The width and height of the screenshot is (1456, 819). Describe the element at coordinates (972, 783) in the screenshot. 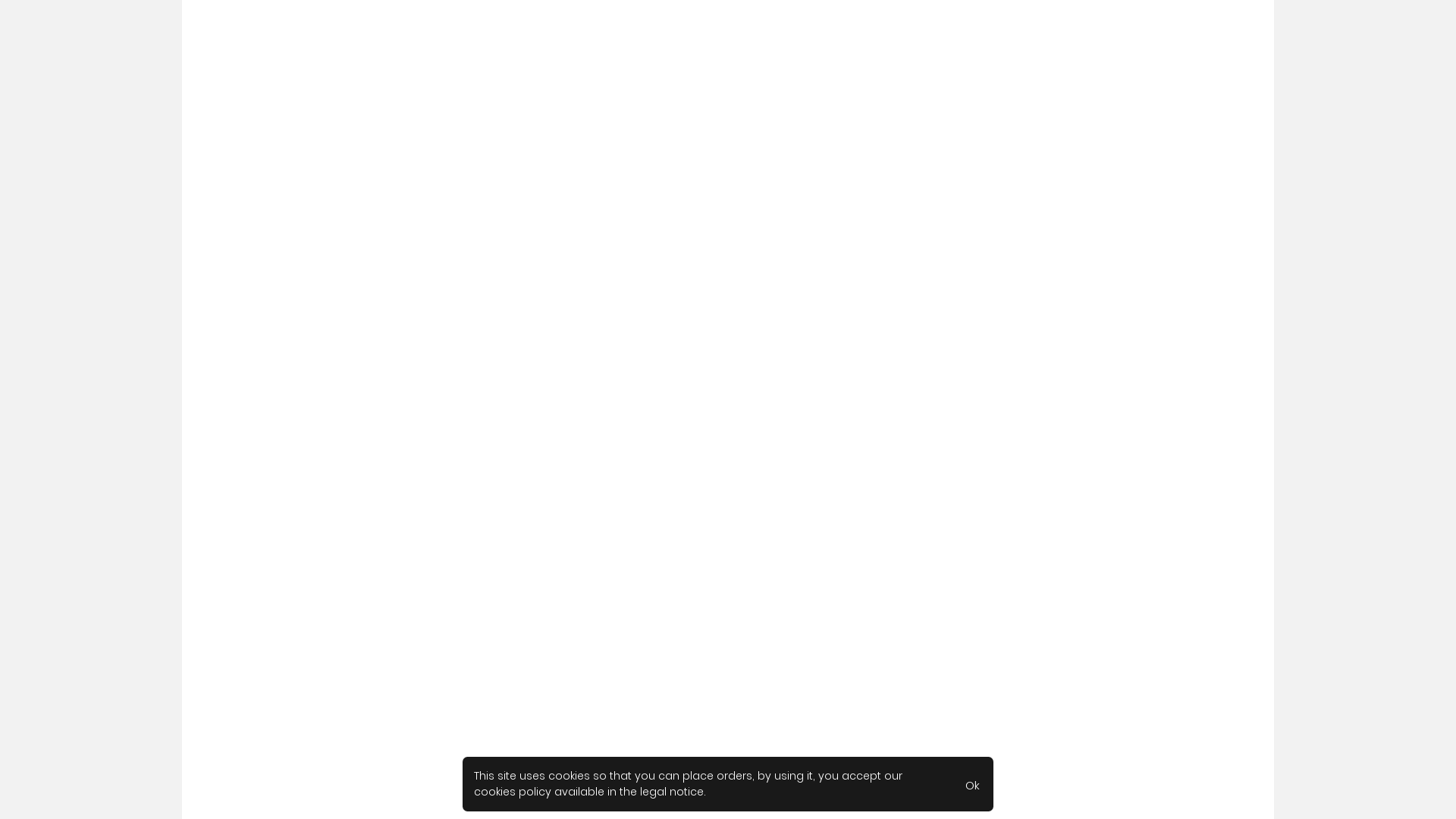

I see `'Ok'` at that location.